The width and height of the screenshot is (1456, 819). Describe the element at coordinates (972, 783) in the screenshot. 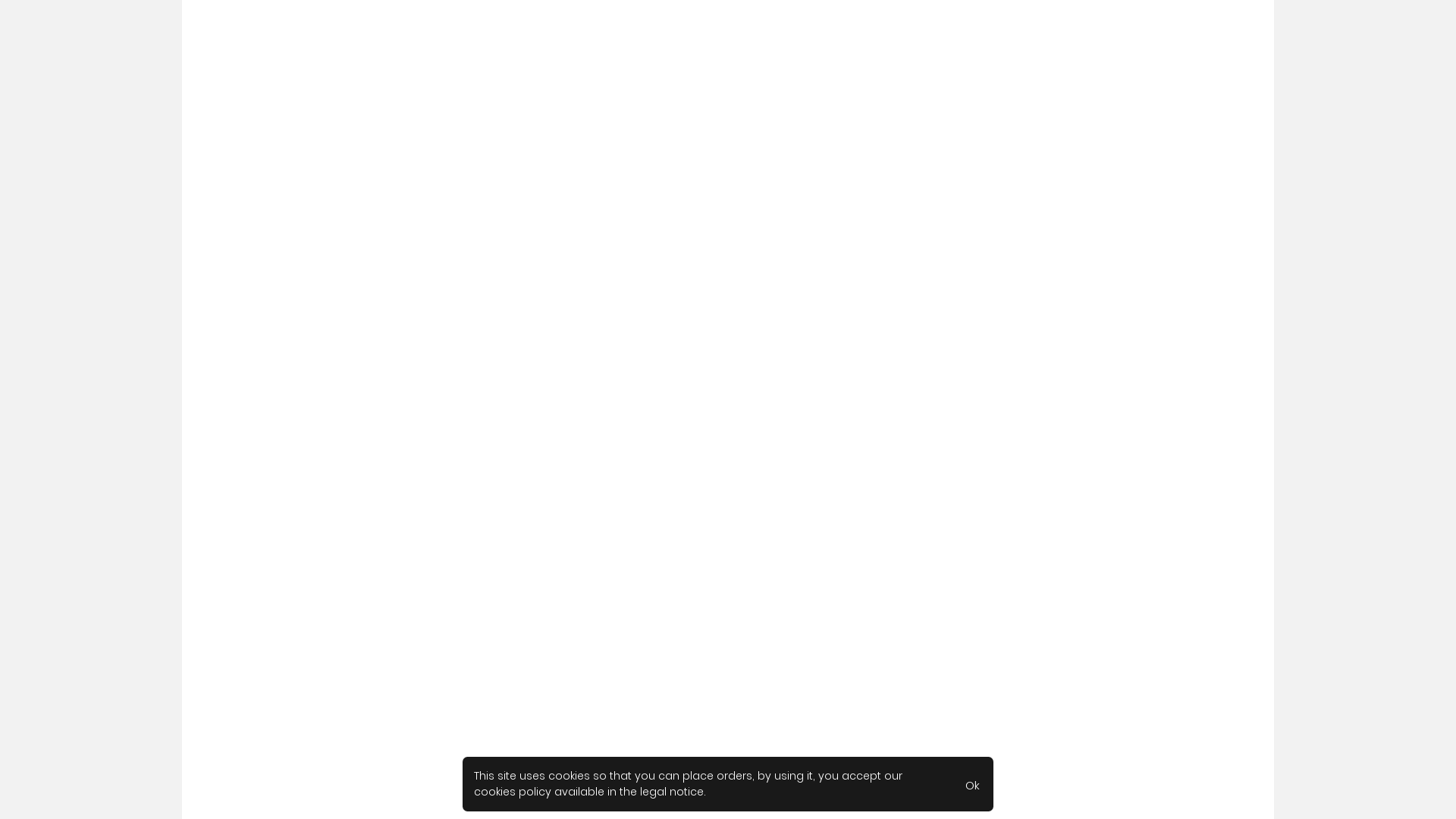

I see `'Ok'` at that location.